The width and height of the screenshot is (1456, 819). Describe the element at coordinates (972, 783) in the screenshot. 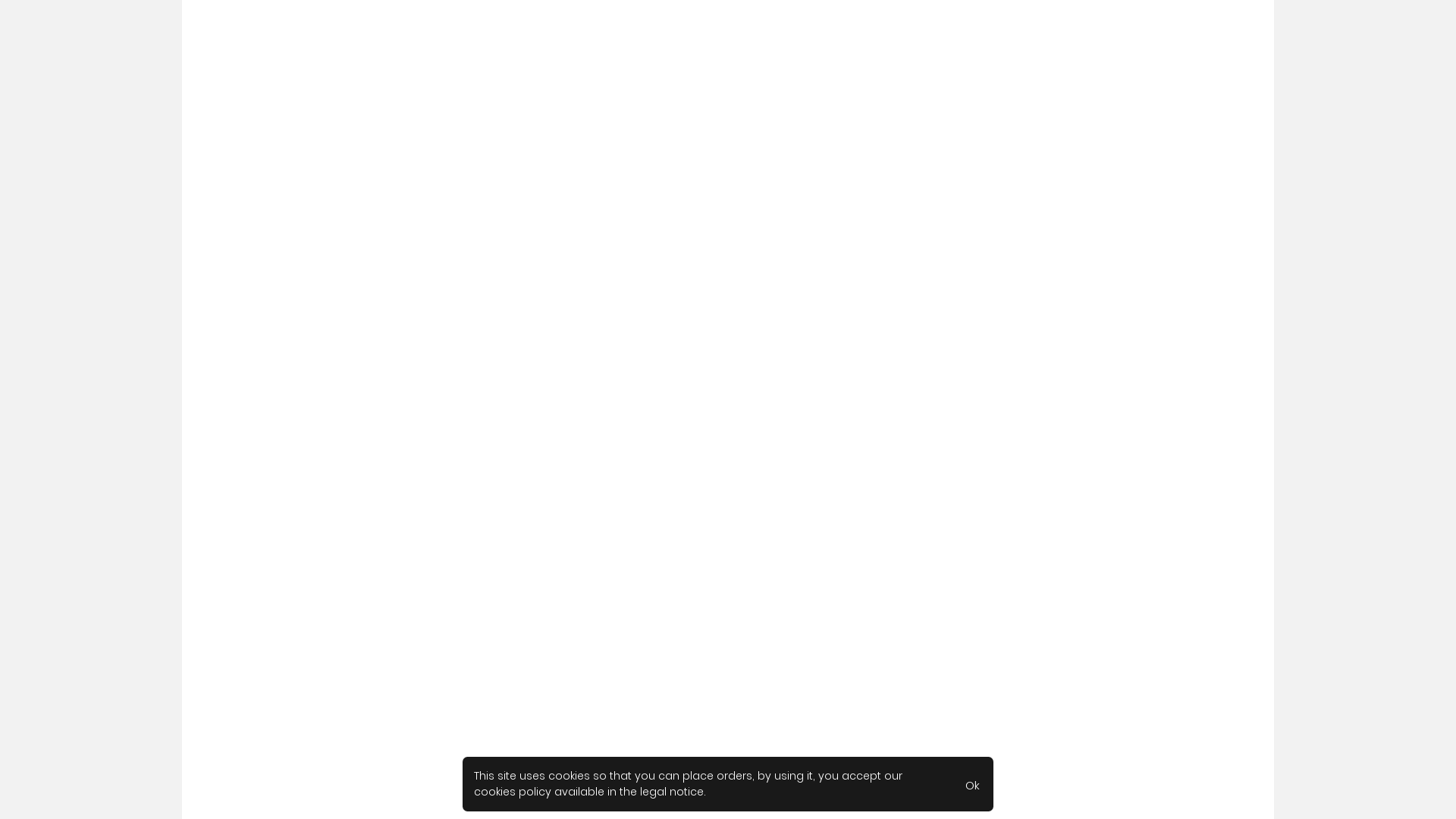

I see `'Ok'` at that location.